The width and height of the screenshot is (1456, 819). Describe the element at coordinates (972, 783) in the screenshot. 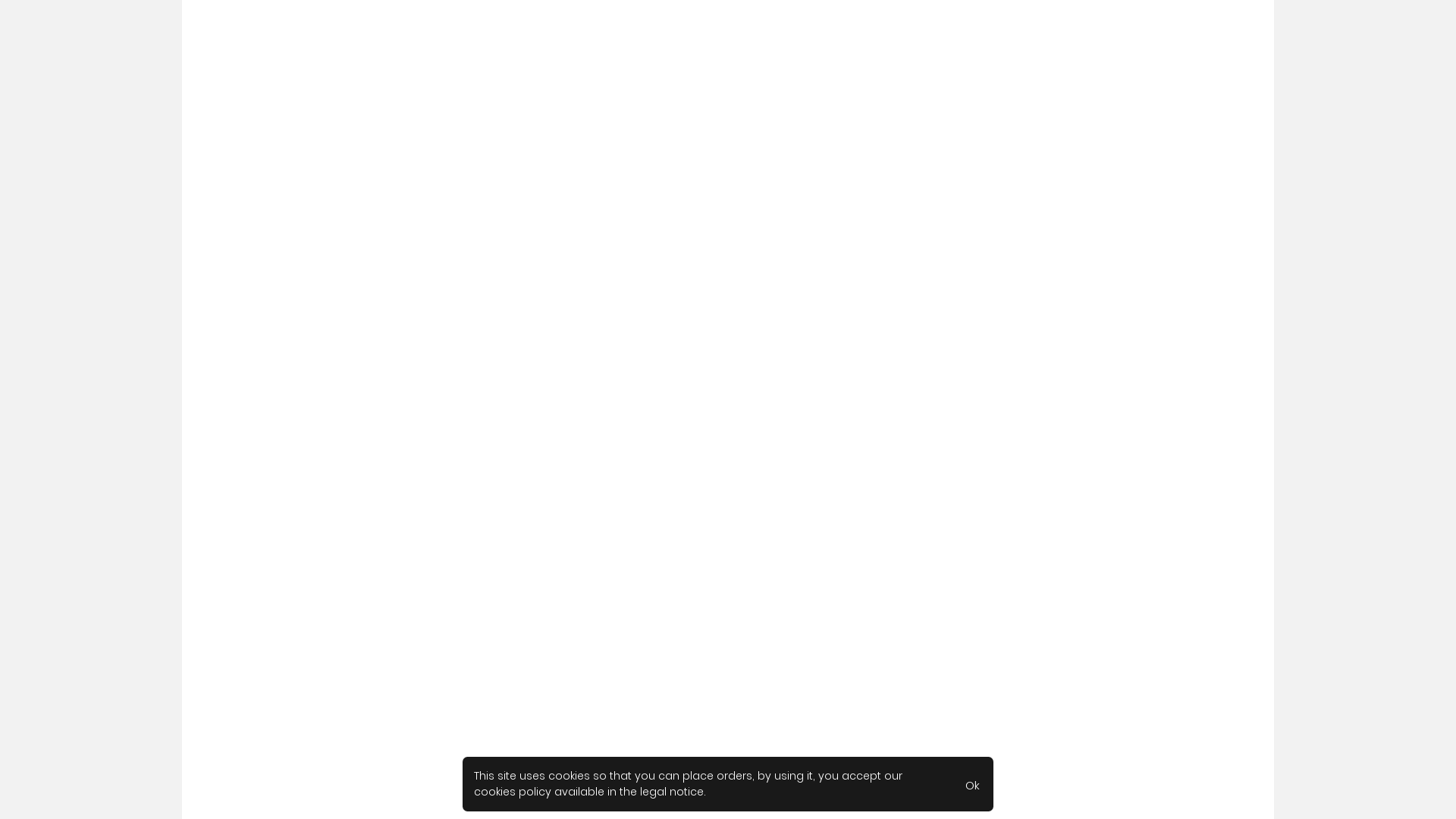

I see `'Ok'` at that location.